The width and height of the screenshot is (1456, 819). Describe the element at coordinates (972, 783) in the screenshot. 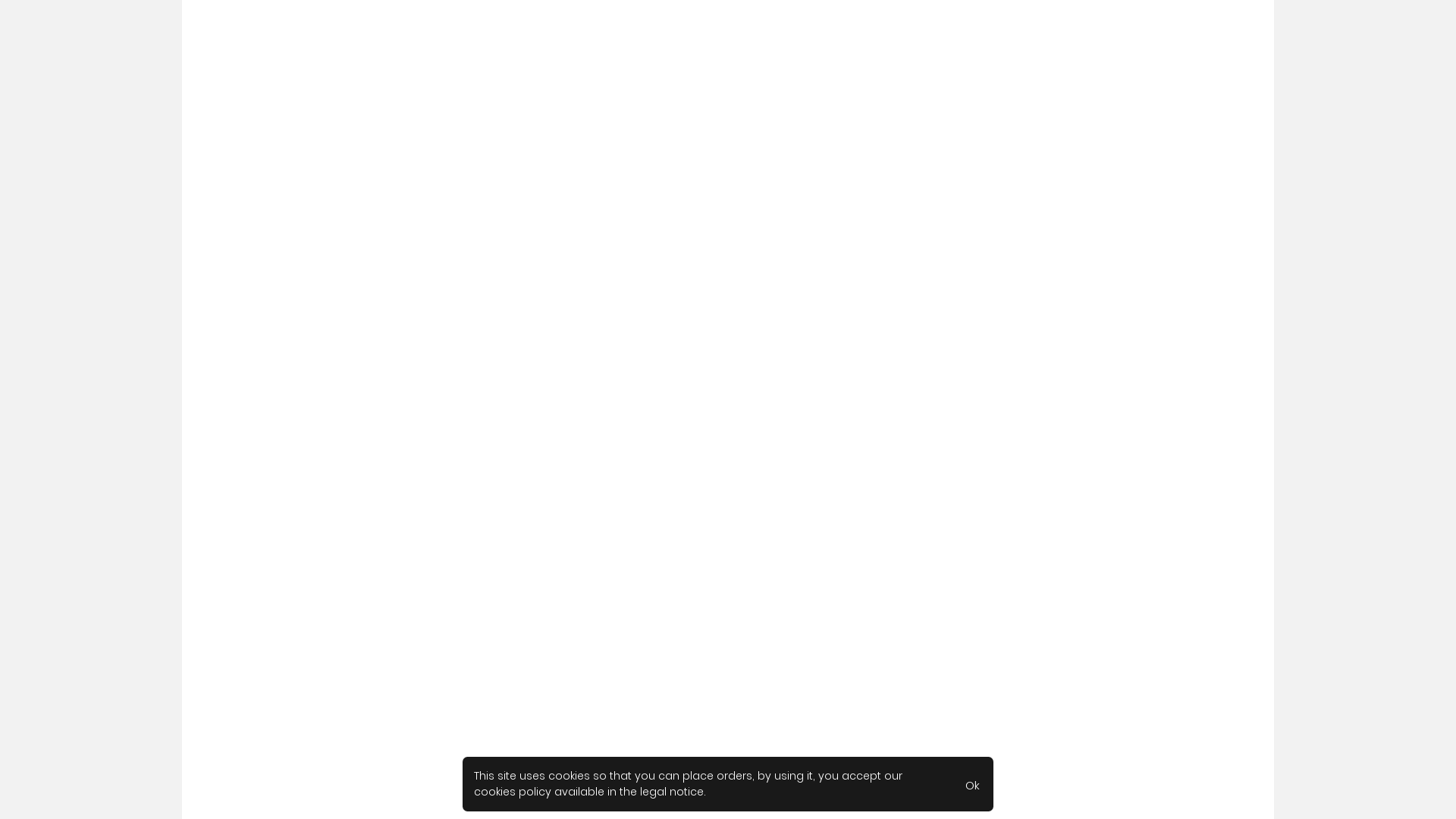

I see `'Ok'` at that location.